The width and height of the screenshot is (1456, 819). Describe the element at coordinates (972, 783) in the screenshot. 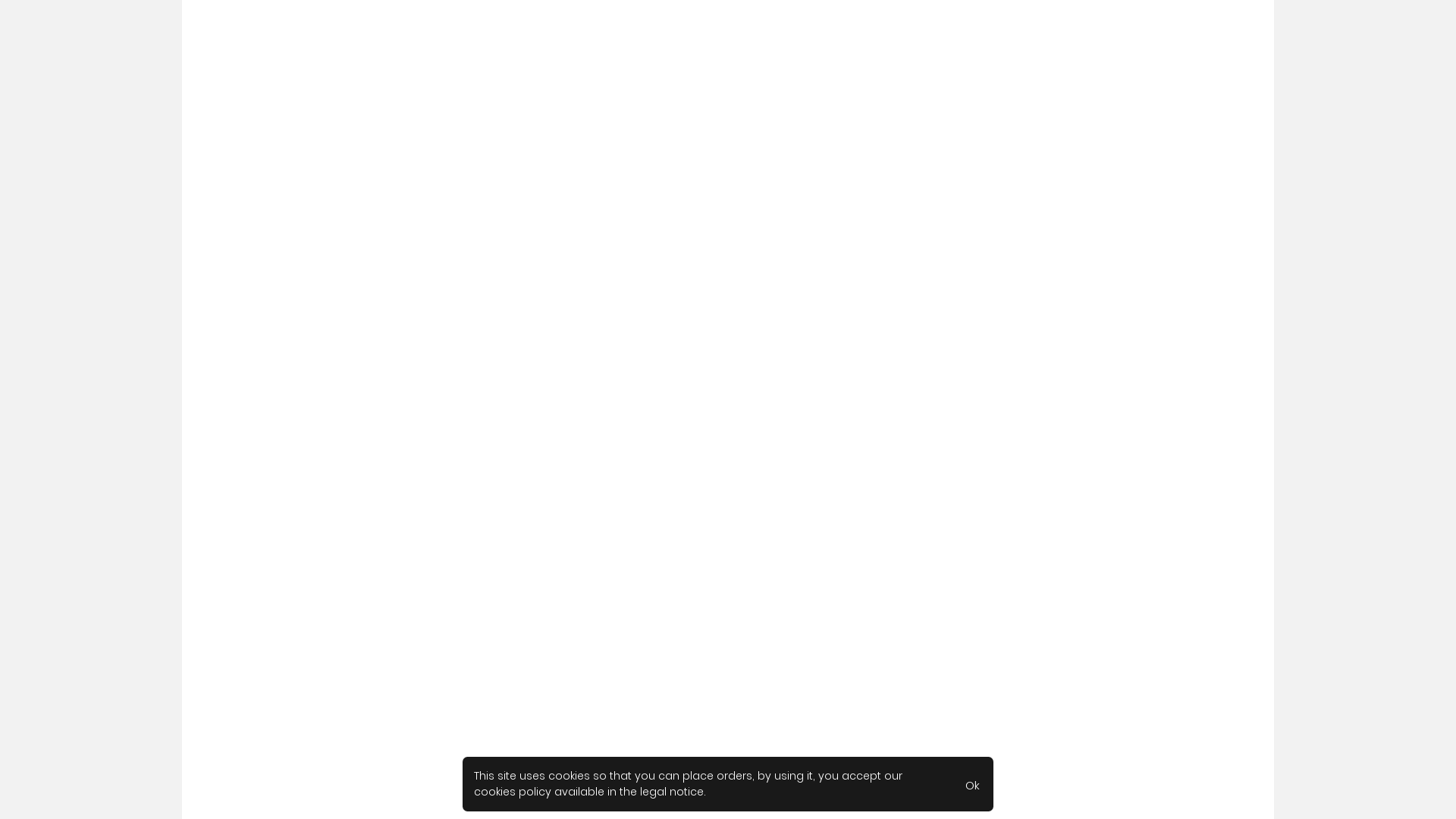

I see `'Ok'` at that location.